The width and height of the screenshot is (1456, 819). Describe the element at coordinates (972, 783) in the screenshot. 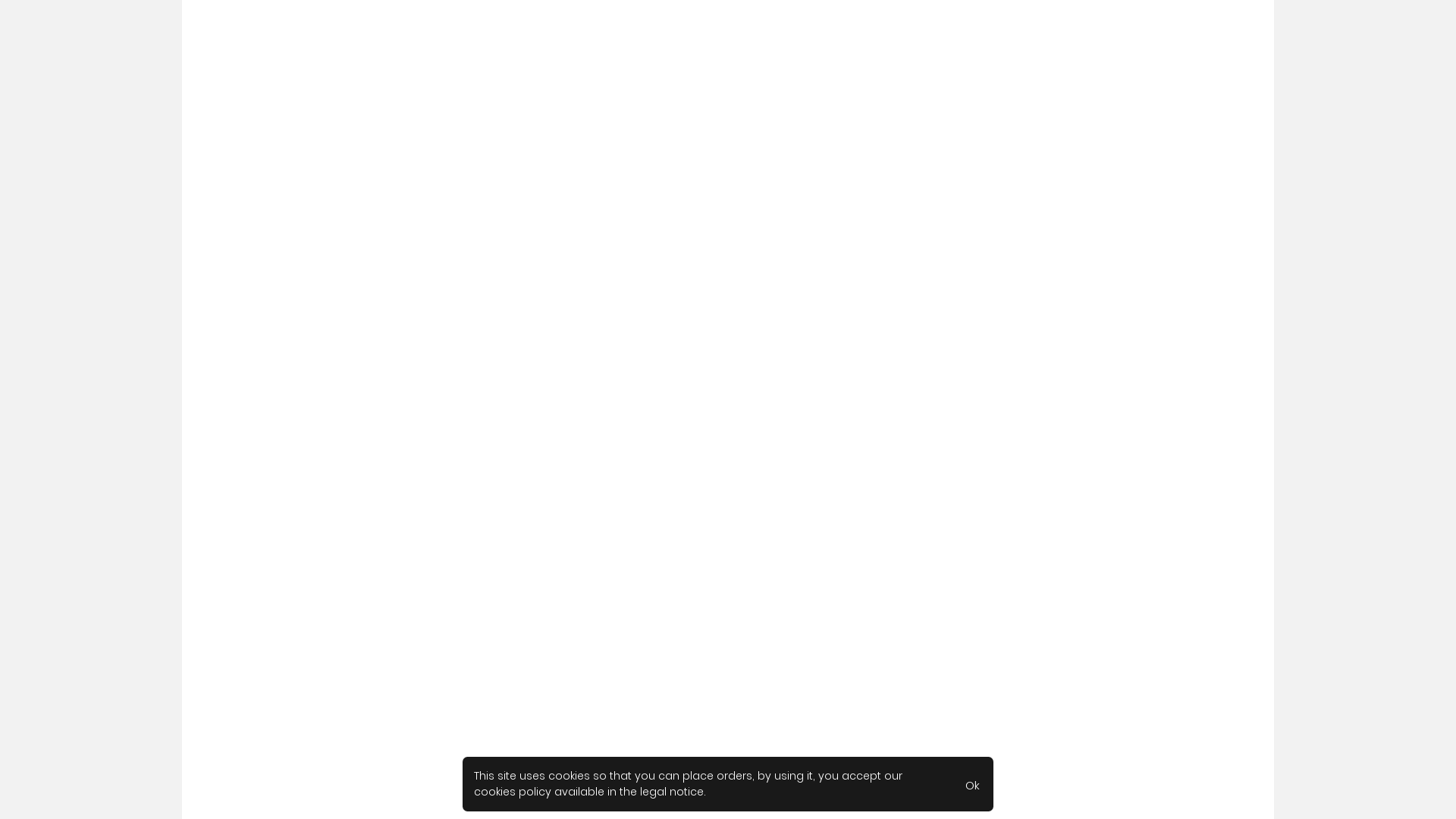

I see `'Ok'` at that location.